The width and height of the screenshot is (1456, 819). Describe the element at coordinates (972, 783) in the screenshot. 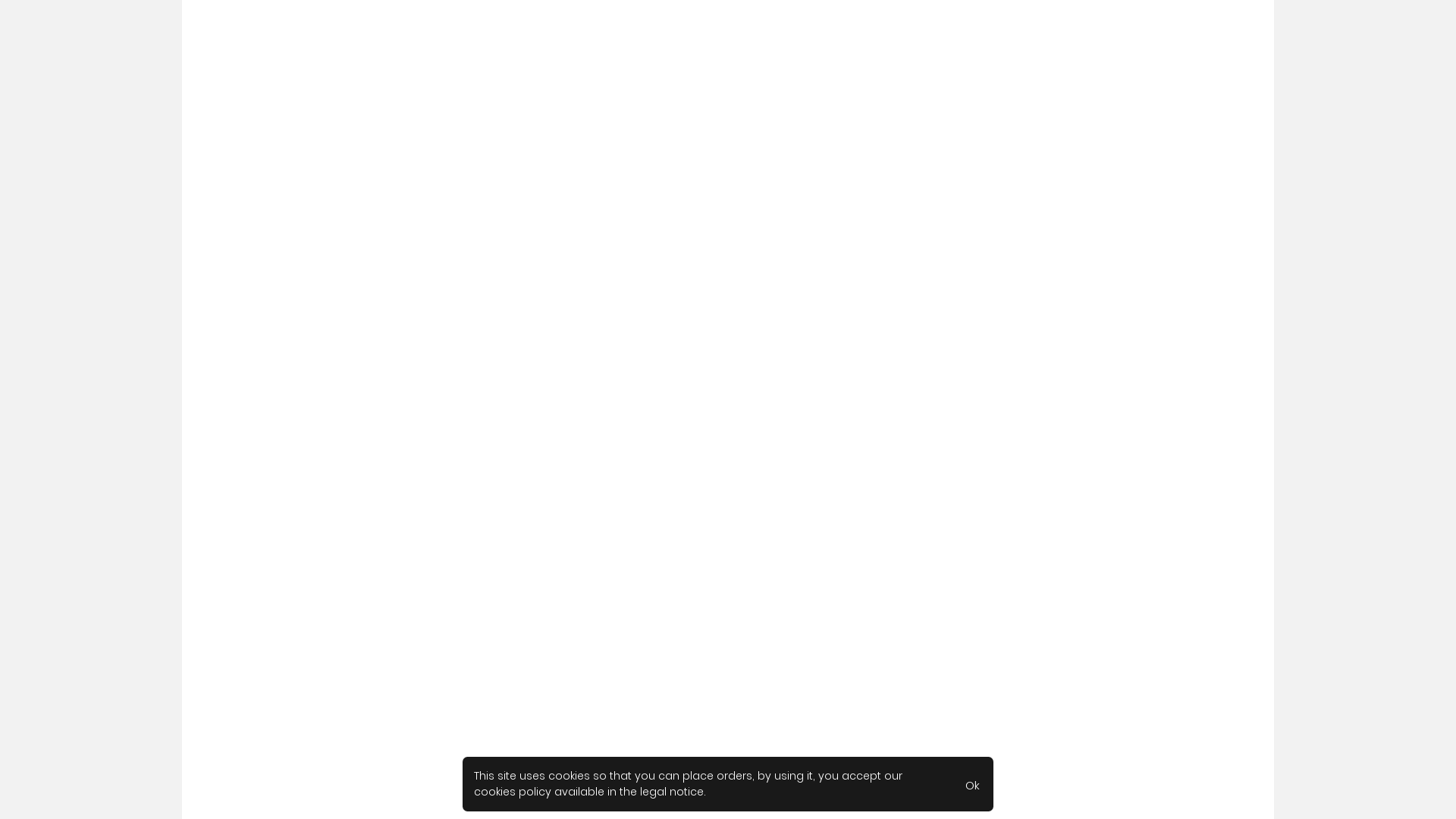

I see `'Ok'` at that location.